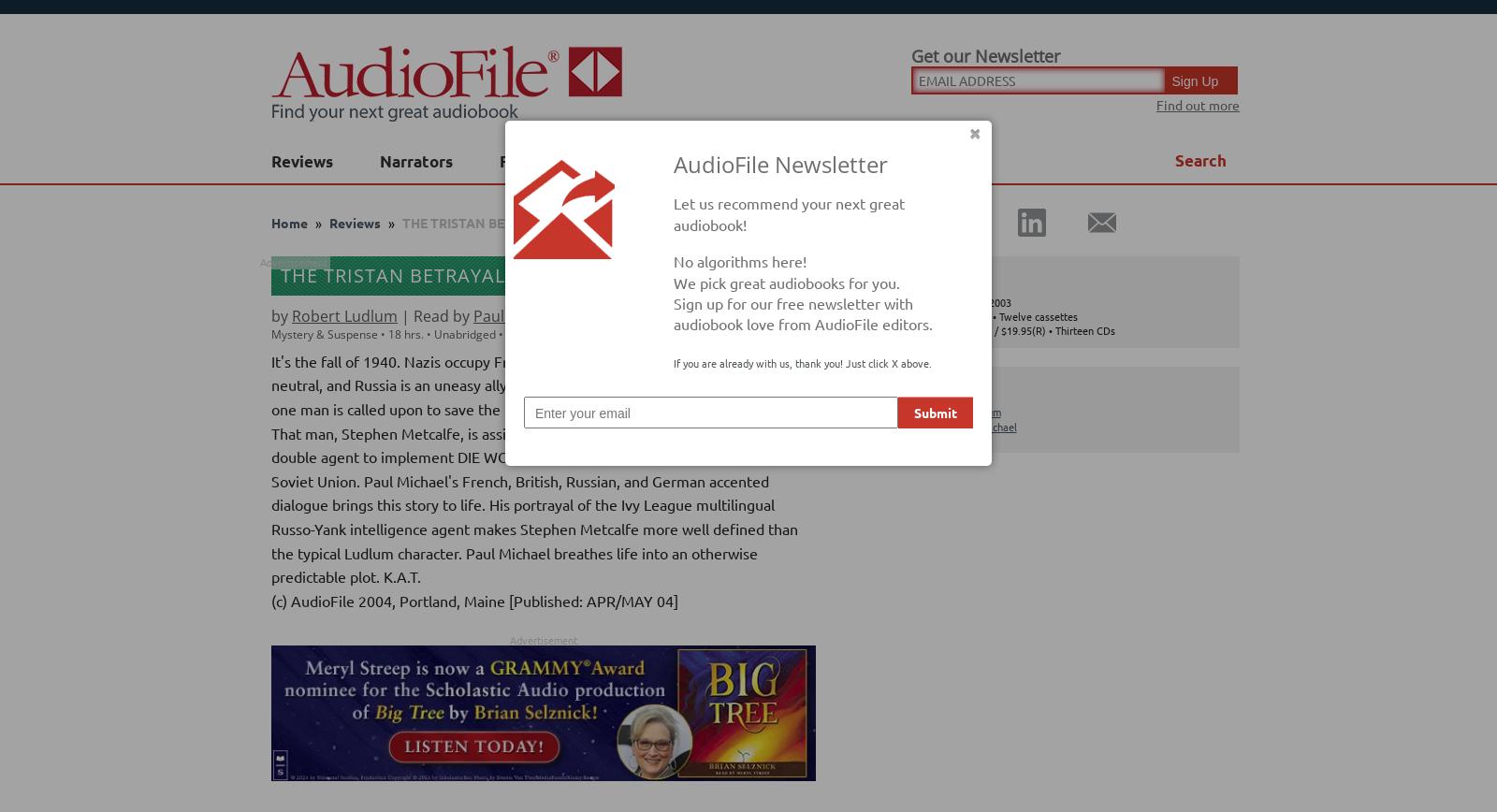  Describe the element at coordinates (530, 333) in the screenshot. I see `'2003'` at that location.